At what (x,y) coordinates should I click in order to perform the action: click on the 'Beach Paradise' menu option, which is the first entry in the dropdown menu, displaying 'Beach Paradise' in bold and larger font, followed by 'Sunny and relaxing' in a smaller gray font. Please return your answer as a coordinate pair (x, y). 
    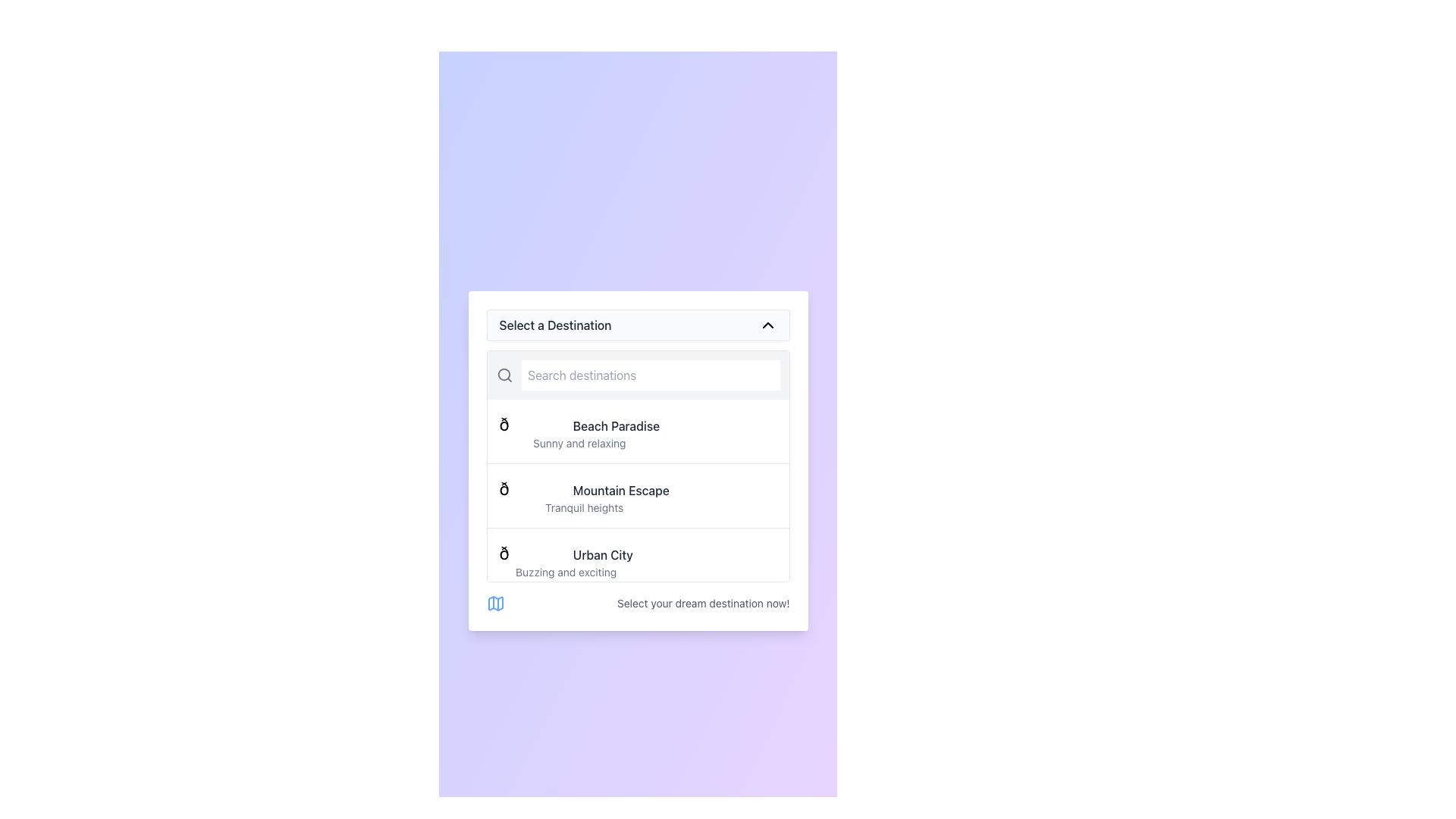
    Looking at the image, I should click on (579, 431).